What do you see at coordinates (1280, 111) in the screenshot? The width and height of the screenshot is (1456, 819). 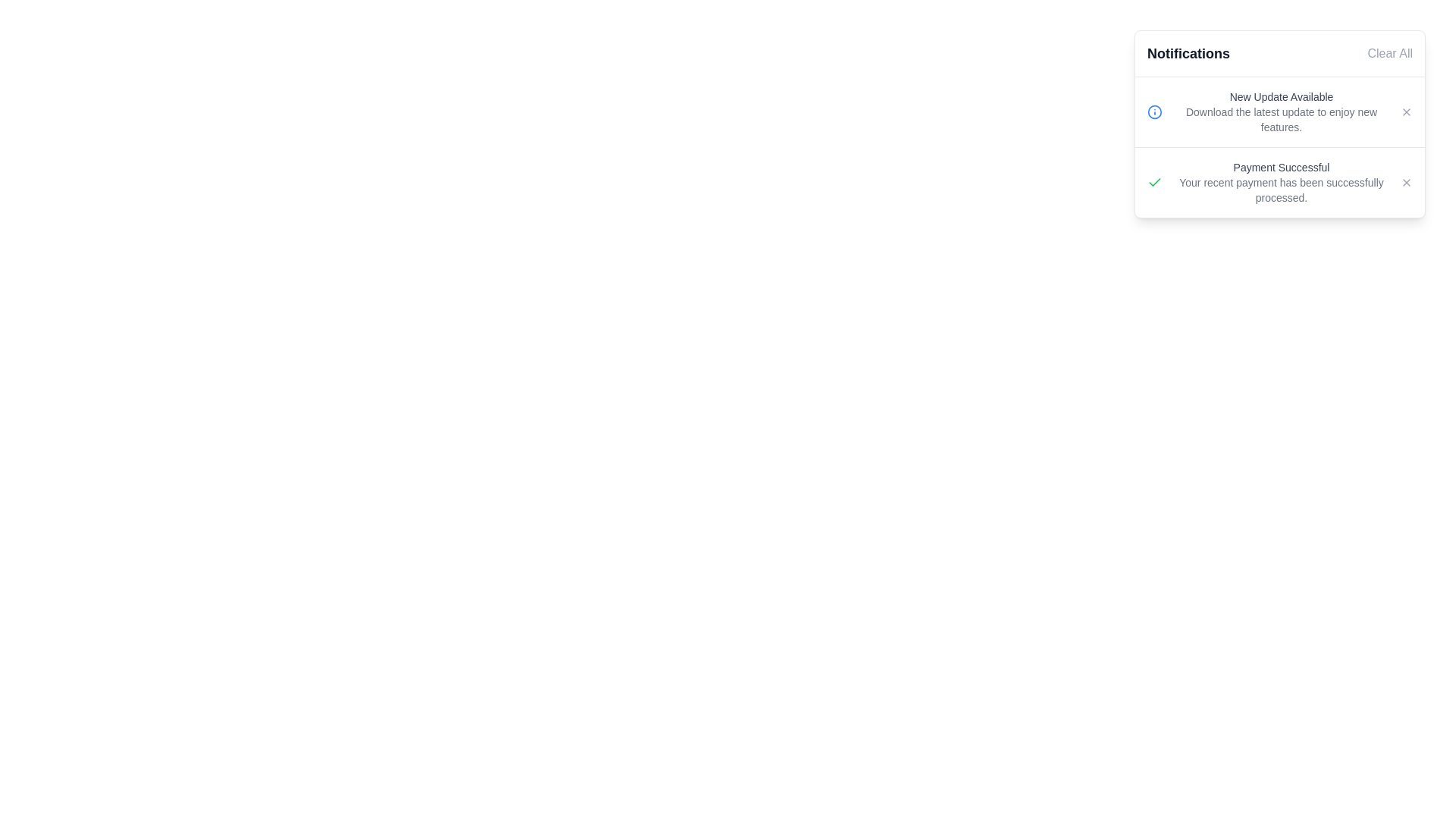 I see `the Text block displaying update notification details to trigger tooltip or other effects` at bounding box center [1280, 111].